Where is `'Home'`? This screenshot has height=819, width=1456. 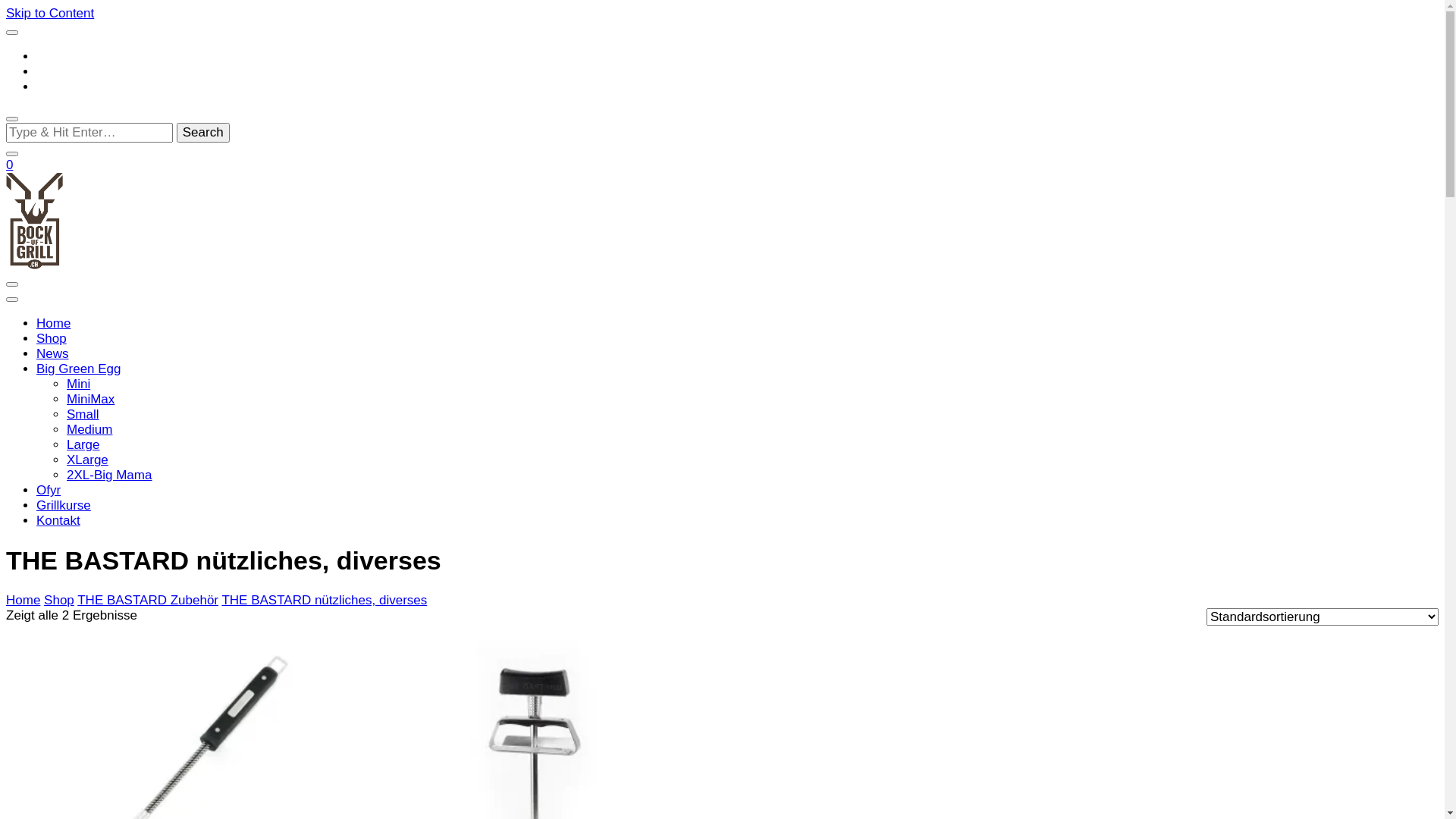
'Home' is located at coordinates (23, 599).